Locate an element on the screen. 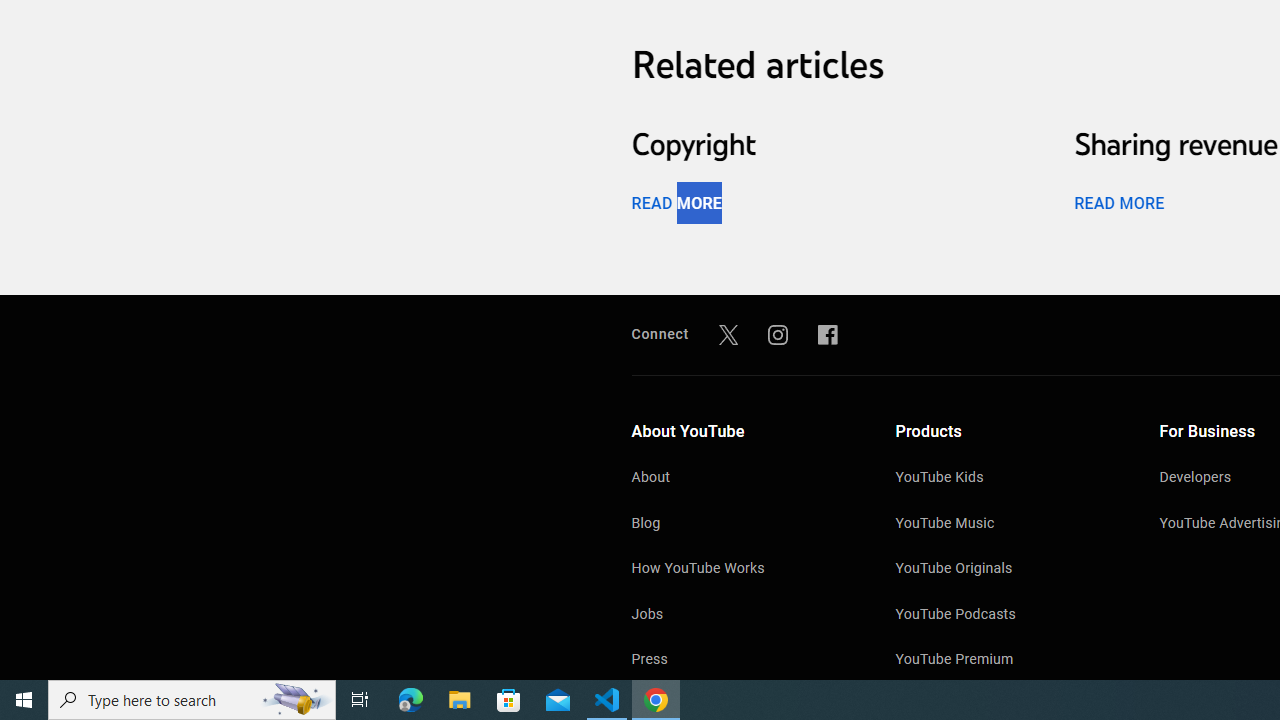 The image size is (1280, 720). 'YouTube Premium' is located at coordinates (1007, 661).